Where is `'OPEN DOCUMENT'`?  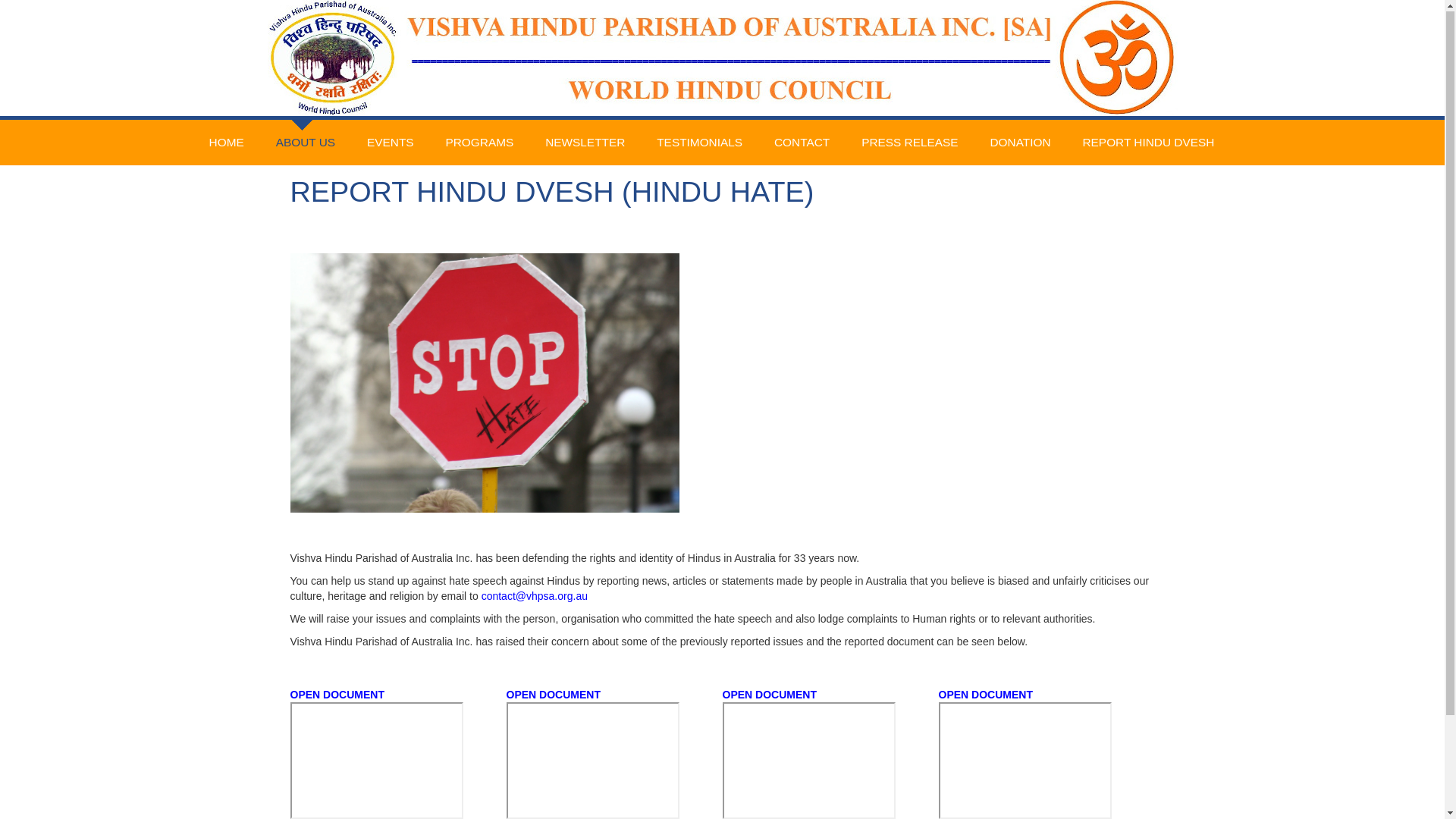
'OPEN DOCUMENT' is located at coordinates (506, 695).